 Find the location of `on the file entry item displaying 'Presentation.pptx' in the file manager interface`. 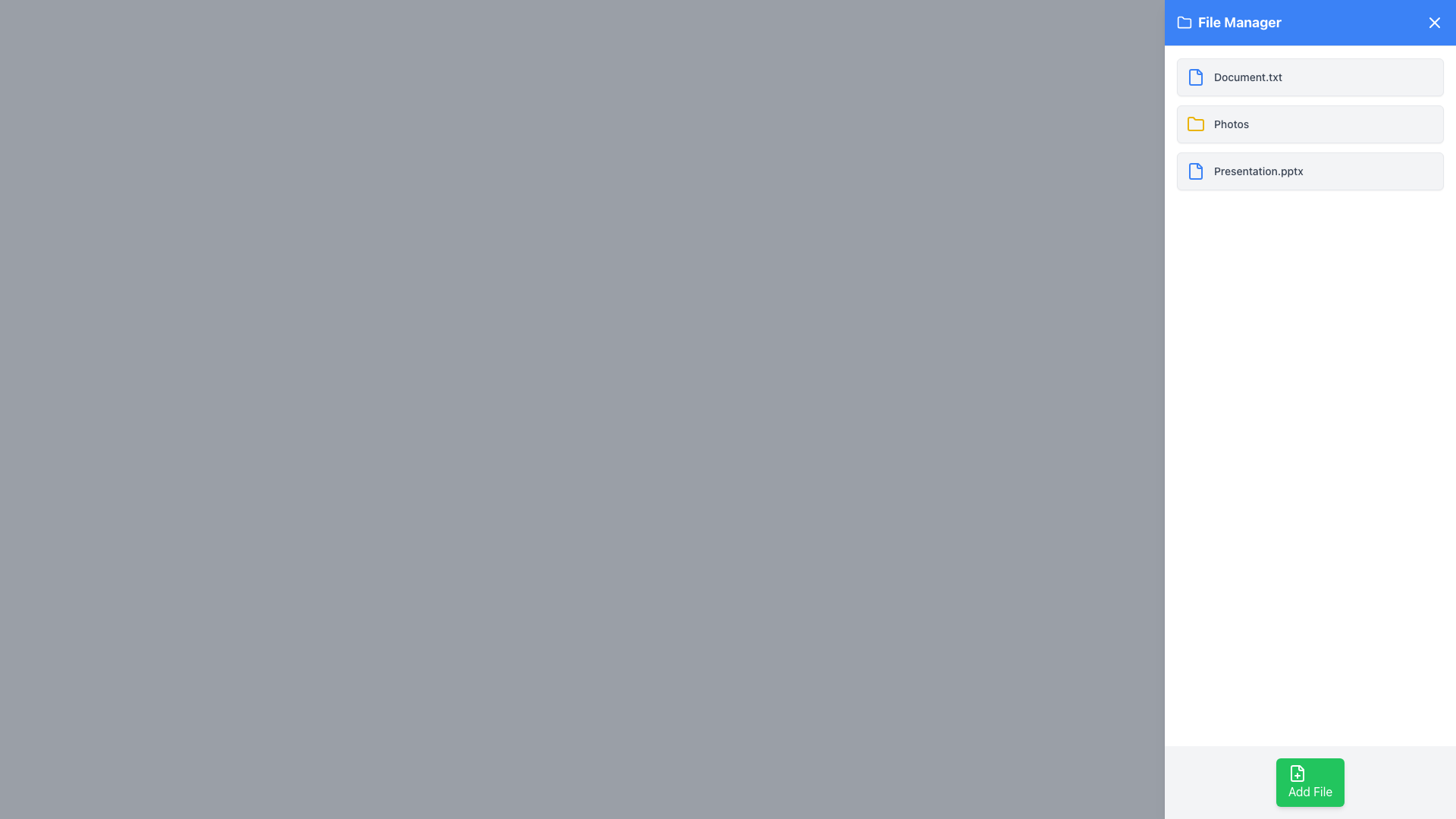

on the file entry item displaying 'Presentation.pptx' in the file manager interface is located at coordinates (1310, 171).